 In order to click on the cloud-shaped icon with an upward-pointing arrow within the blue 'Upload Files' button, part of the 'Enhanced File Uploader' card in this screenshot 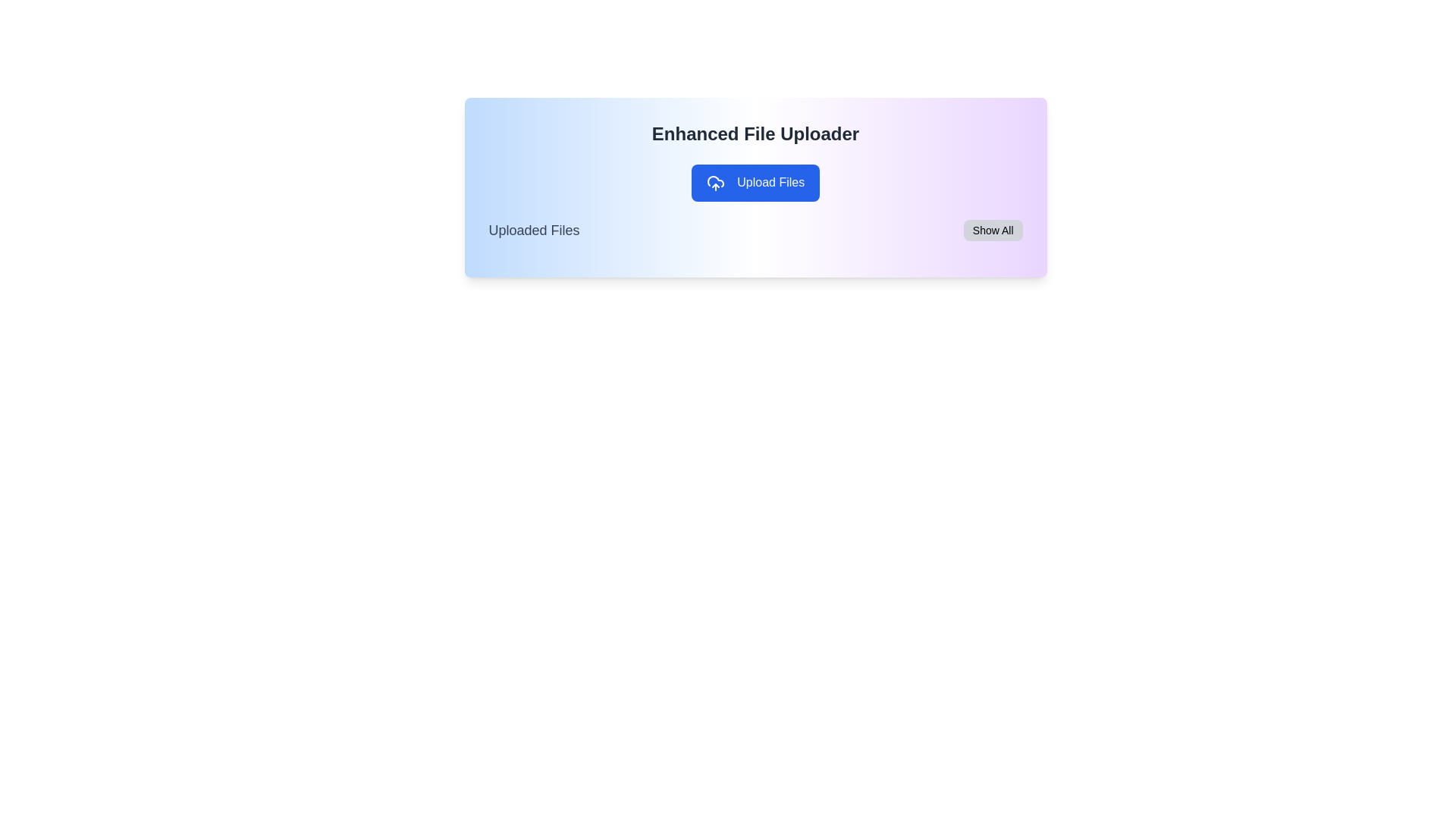, I will do `click(714, 182)`.